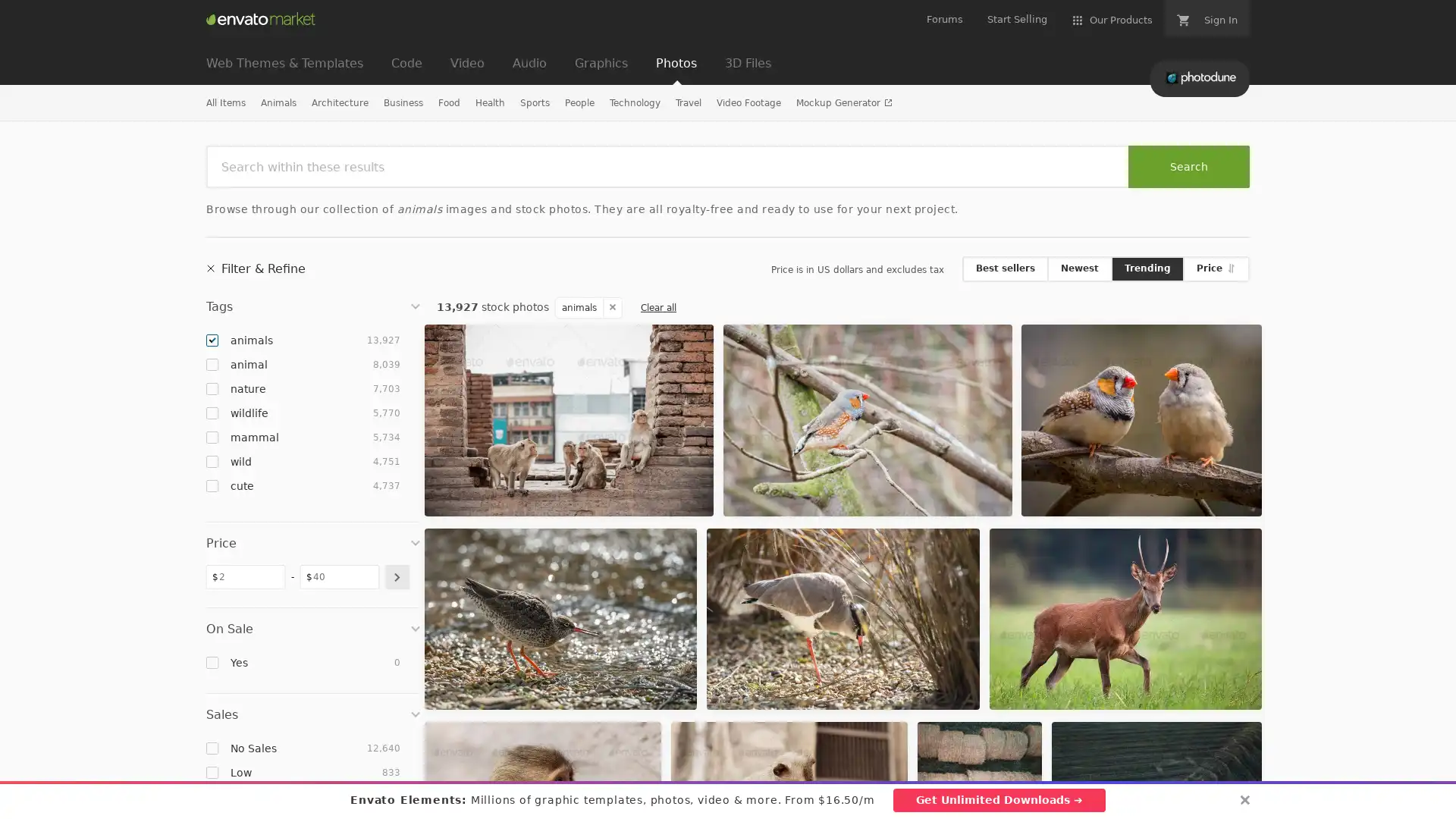 The image size is (1456, 819). What do you see at coordinates (1188, 166) in the screenshot?
I see `Search` at bounding box center [1188, 166].